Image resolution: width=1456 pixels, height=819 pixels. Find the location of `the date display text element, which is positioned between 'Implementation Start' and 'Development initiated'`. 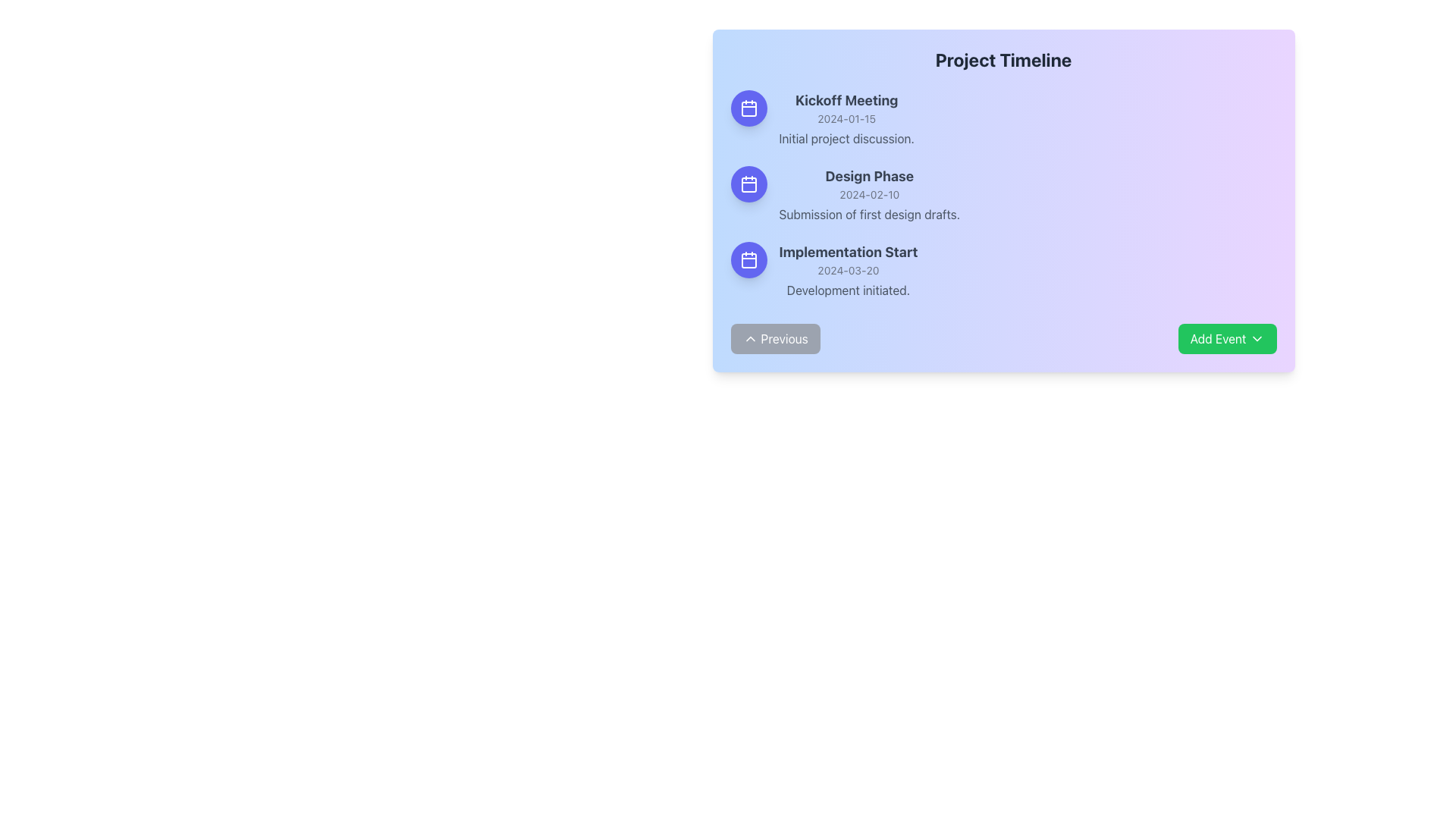

the date display text element, which is positioned between 'Implementation Start' and 'Development initiated' is located at coordinates (847, 270).